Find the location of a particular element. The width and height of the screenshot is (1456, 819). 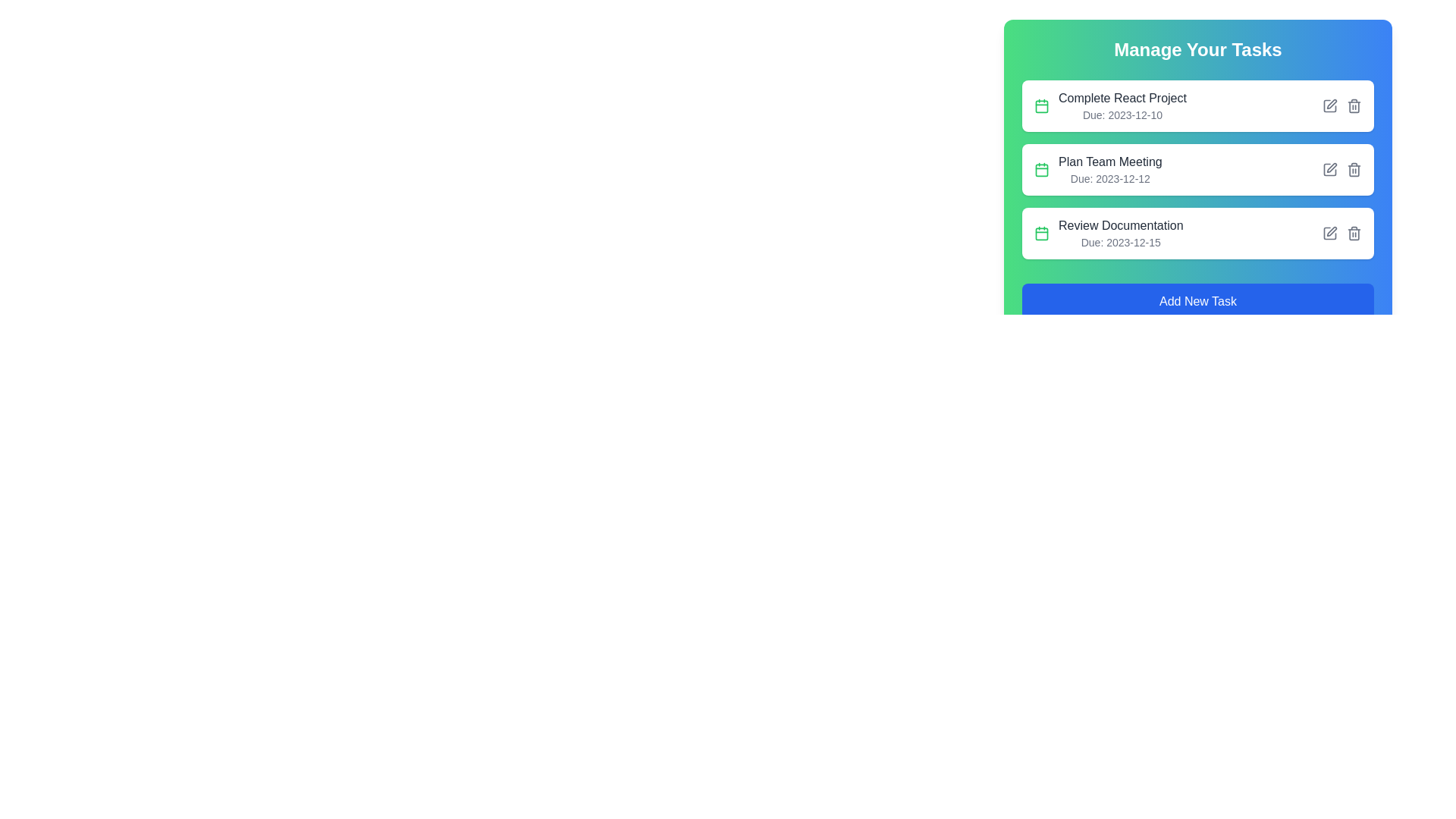

the text element displaying 'Review Documentation' with a green calendar icon, which is the third item in the vertical task list is located at coordinates (1109, 234).